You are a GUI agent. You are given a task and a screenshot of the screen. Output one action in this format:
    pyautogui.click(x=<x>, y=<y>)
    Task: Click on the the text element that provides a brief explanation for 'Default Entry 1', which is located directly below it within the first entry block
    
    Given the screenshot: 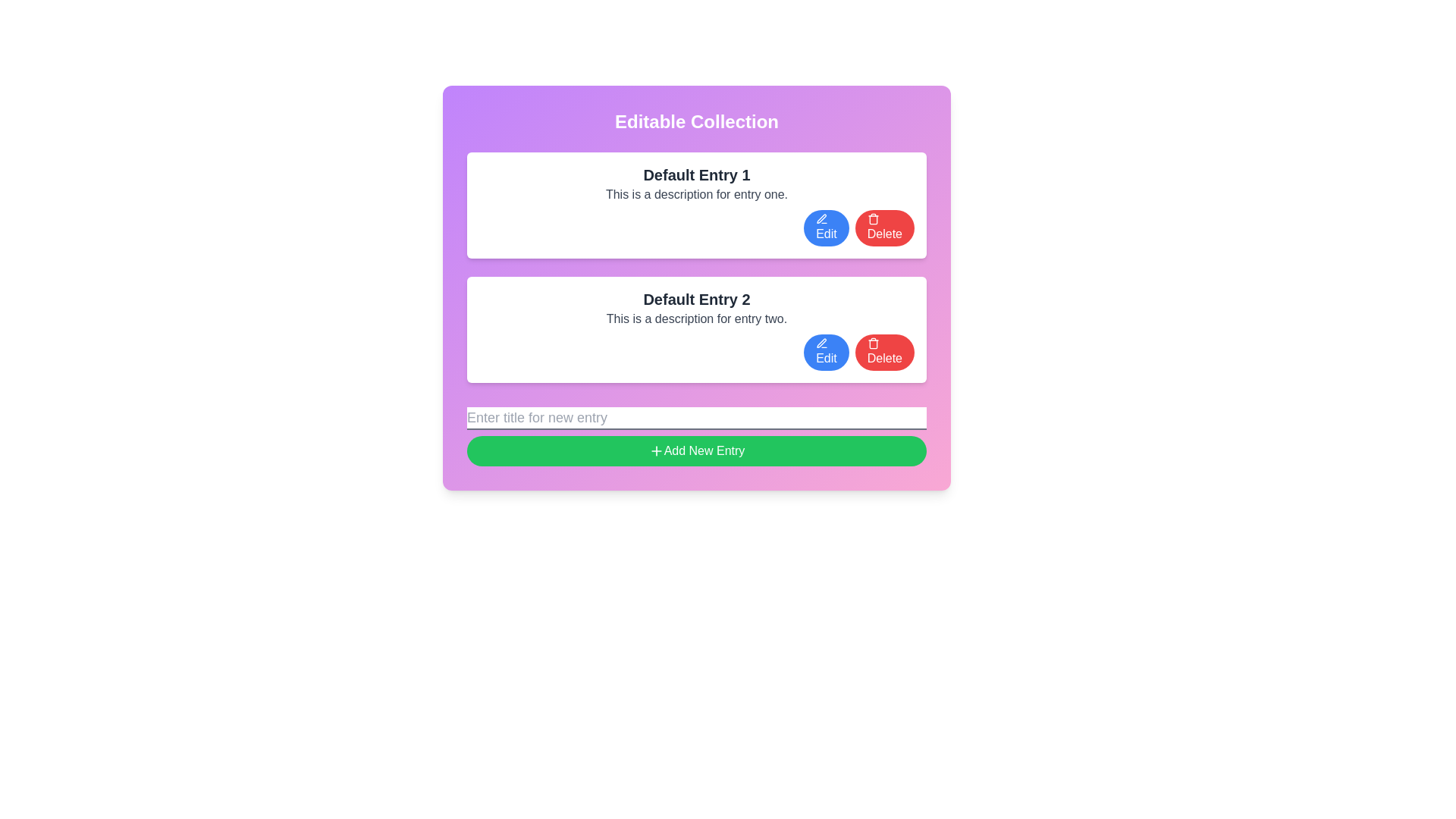 What is the action you would take?
    pyautogui.click(x=695, y=194)
    